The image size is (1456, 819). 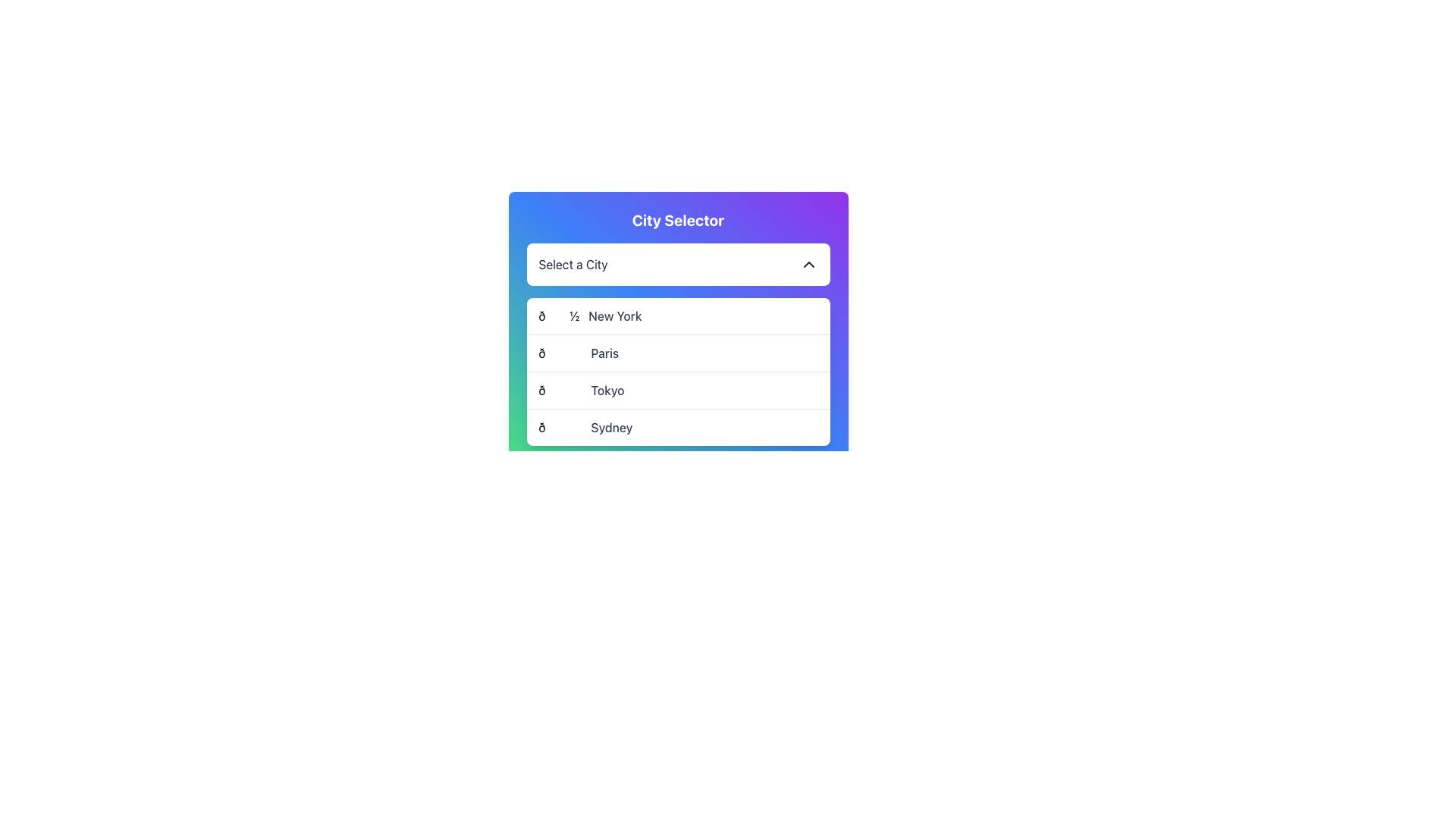 What do you see at coordinates (585, 427) in the screenshot?
I see `the dropdown menu option labeled '🌉 Sydney', which is the fourth item in the list of cities` at bounding box center [585, 427].